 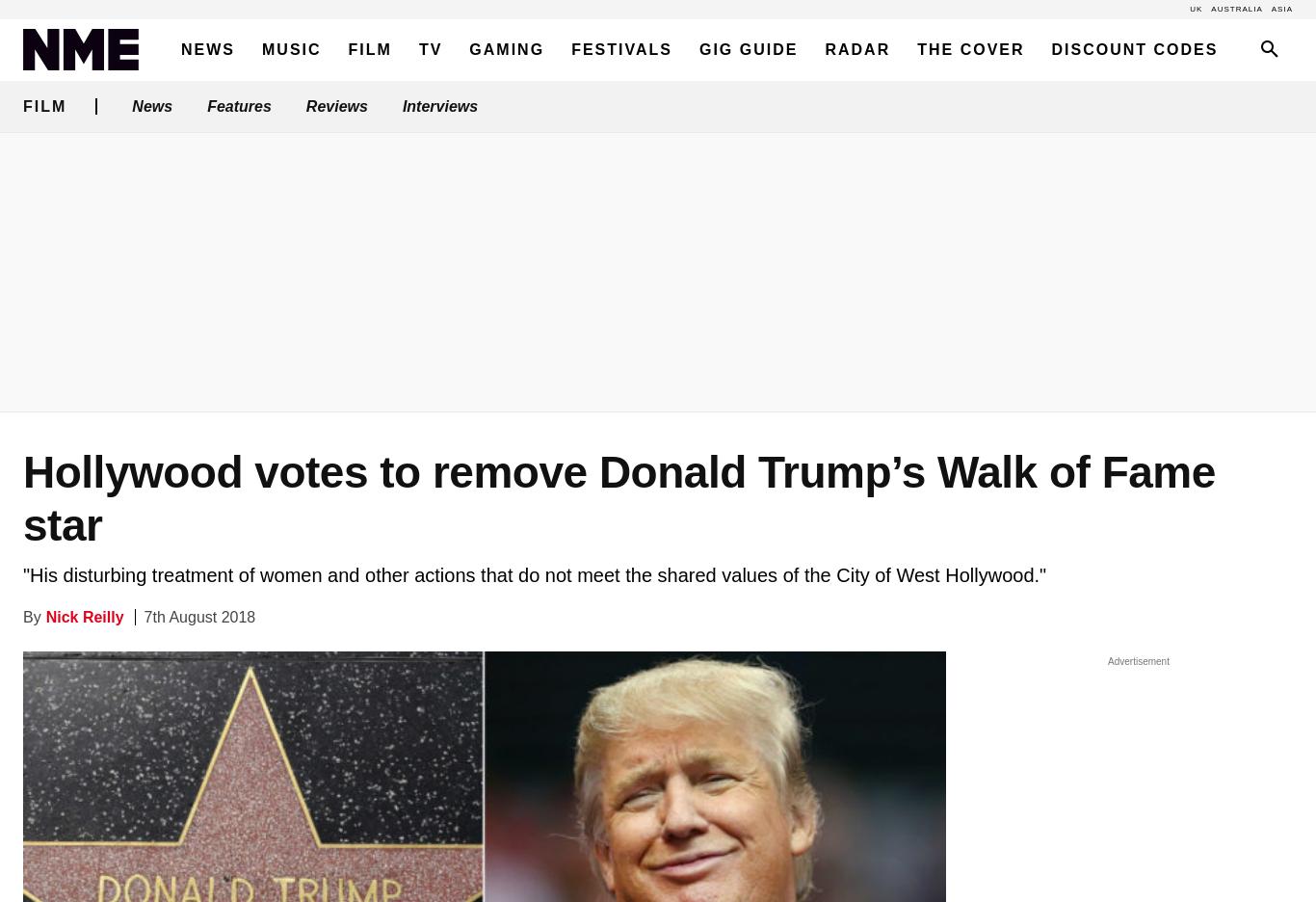 I want to click on 'Gig Guide', so click(x=748, y=49).